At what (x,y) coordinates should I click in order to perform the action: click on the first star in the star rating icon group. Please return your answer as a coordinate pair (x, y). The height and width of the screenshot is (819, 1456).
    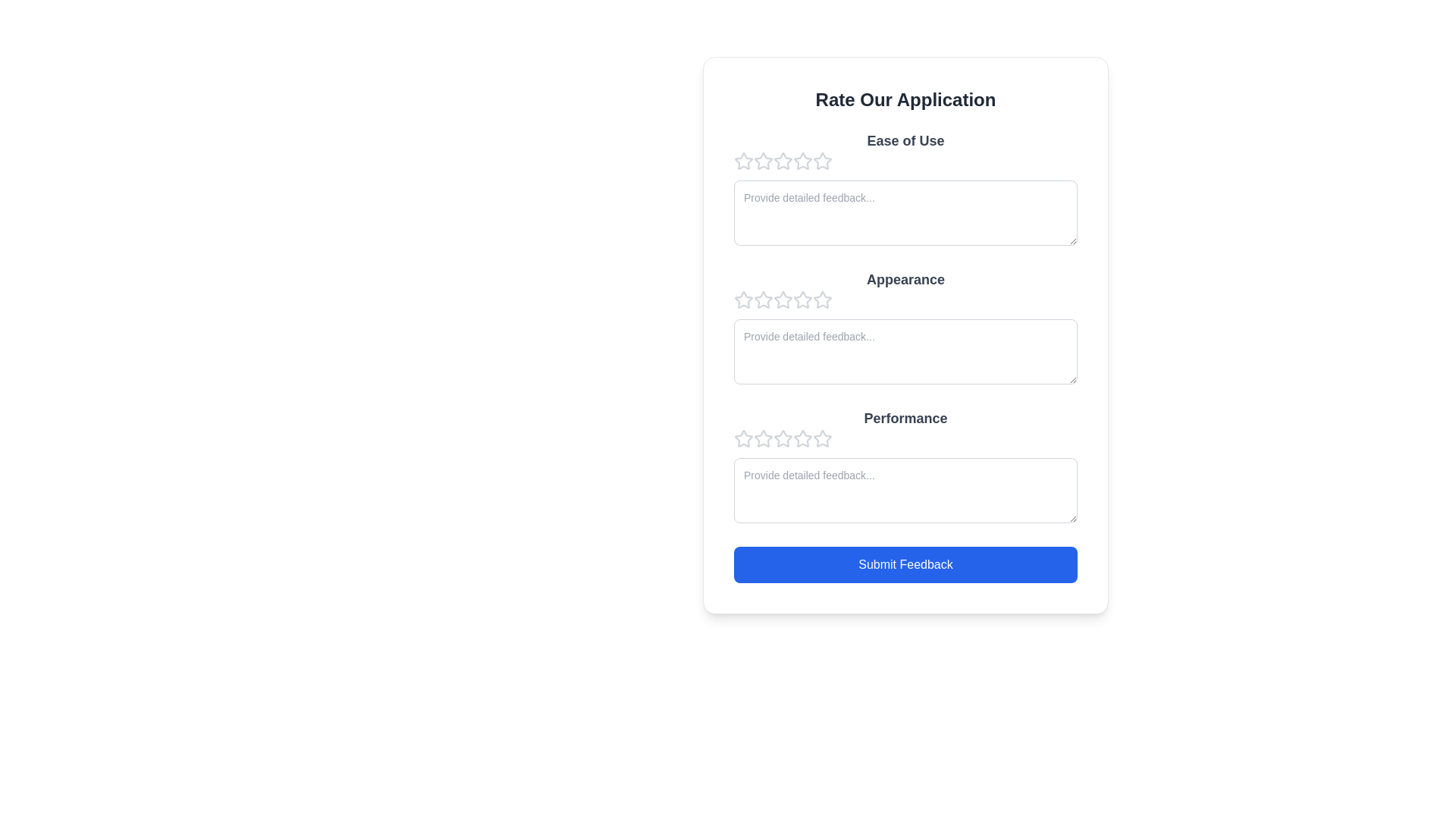
    Looking at the image, I should click on (743, 300).